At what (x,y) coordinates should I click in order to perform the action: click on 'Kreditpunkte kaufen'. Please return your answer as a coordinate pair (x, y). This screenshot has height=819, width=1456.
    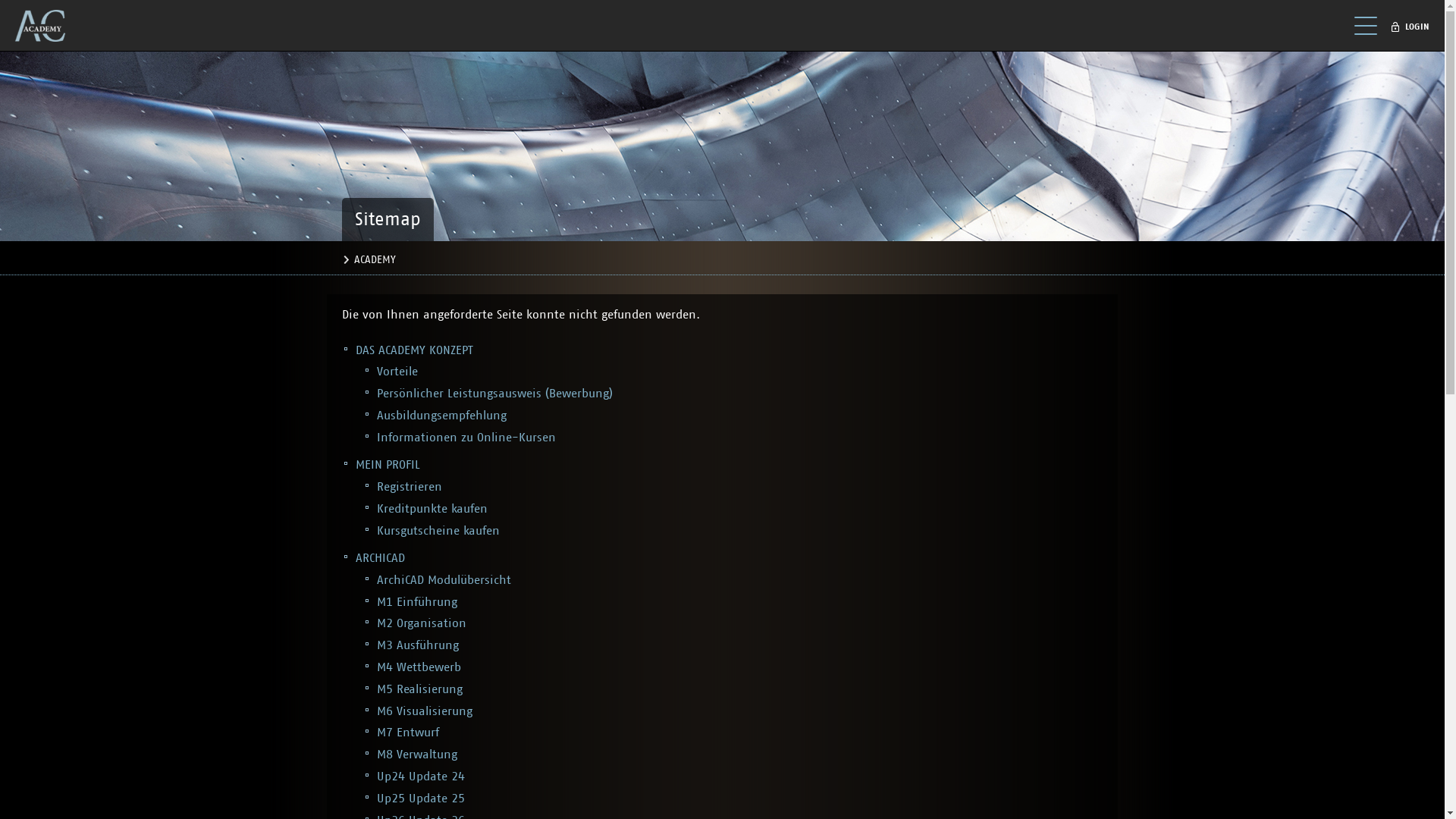
    Looking at the image, I should click on (431, 509).